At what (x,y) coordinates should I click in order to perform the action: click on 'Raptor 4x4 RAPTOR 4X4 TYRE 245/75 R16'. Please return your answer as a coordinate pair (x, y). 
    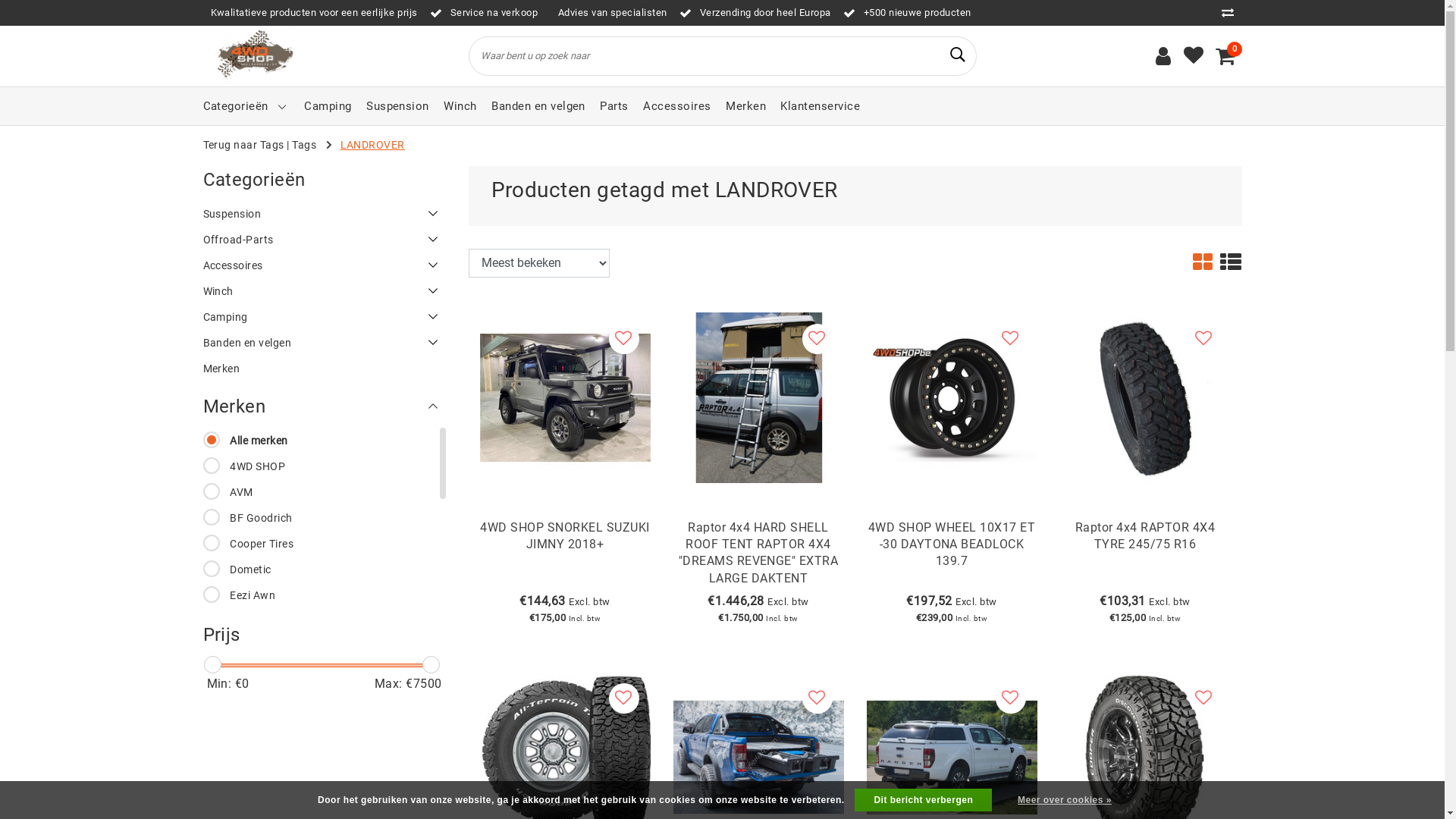
    Looking at the image, I should click on (1145, 555).